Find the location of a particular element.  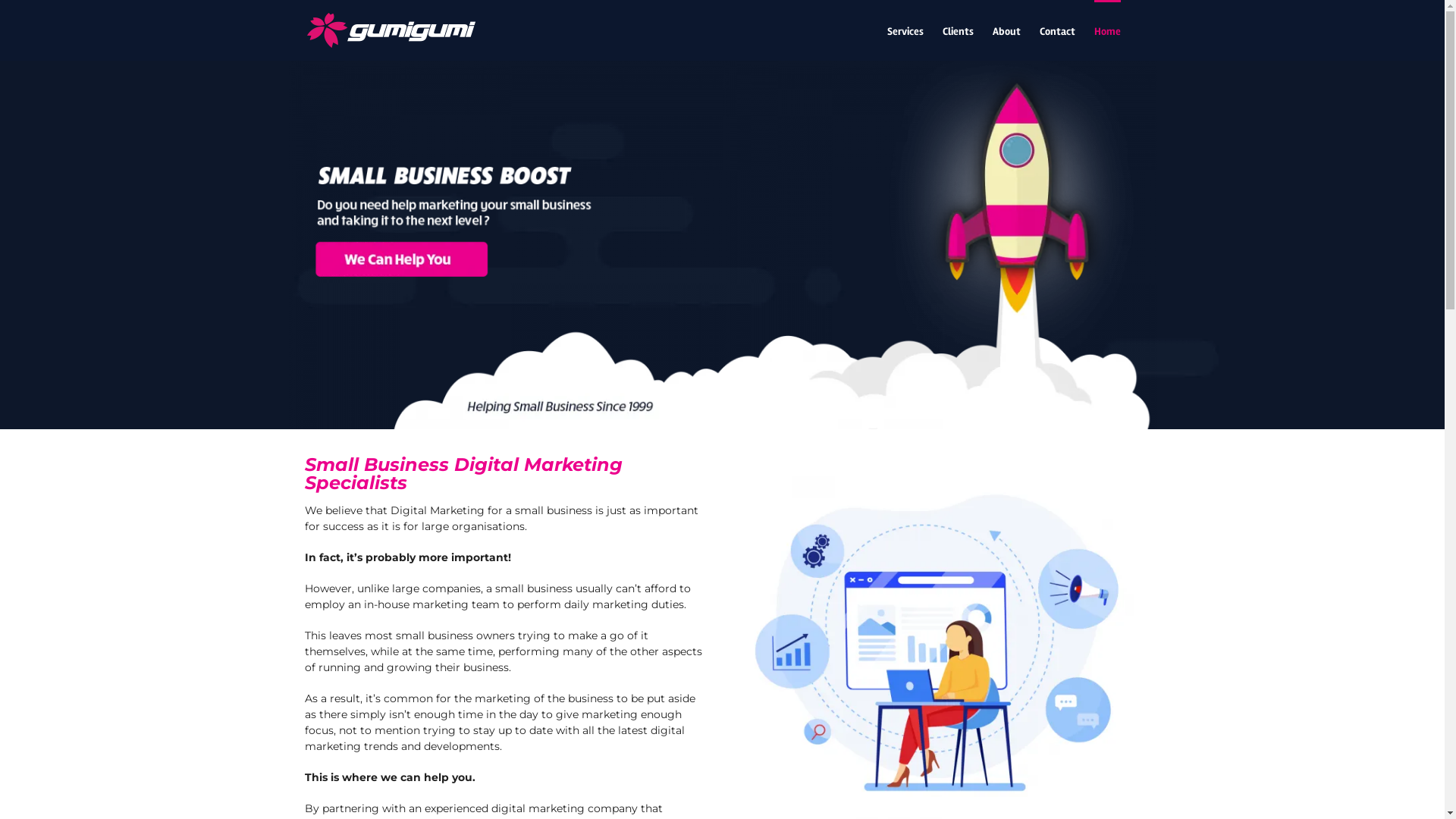

'Digital Marketing For Small Business' is located at coordinates (938, 244).